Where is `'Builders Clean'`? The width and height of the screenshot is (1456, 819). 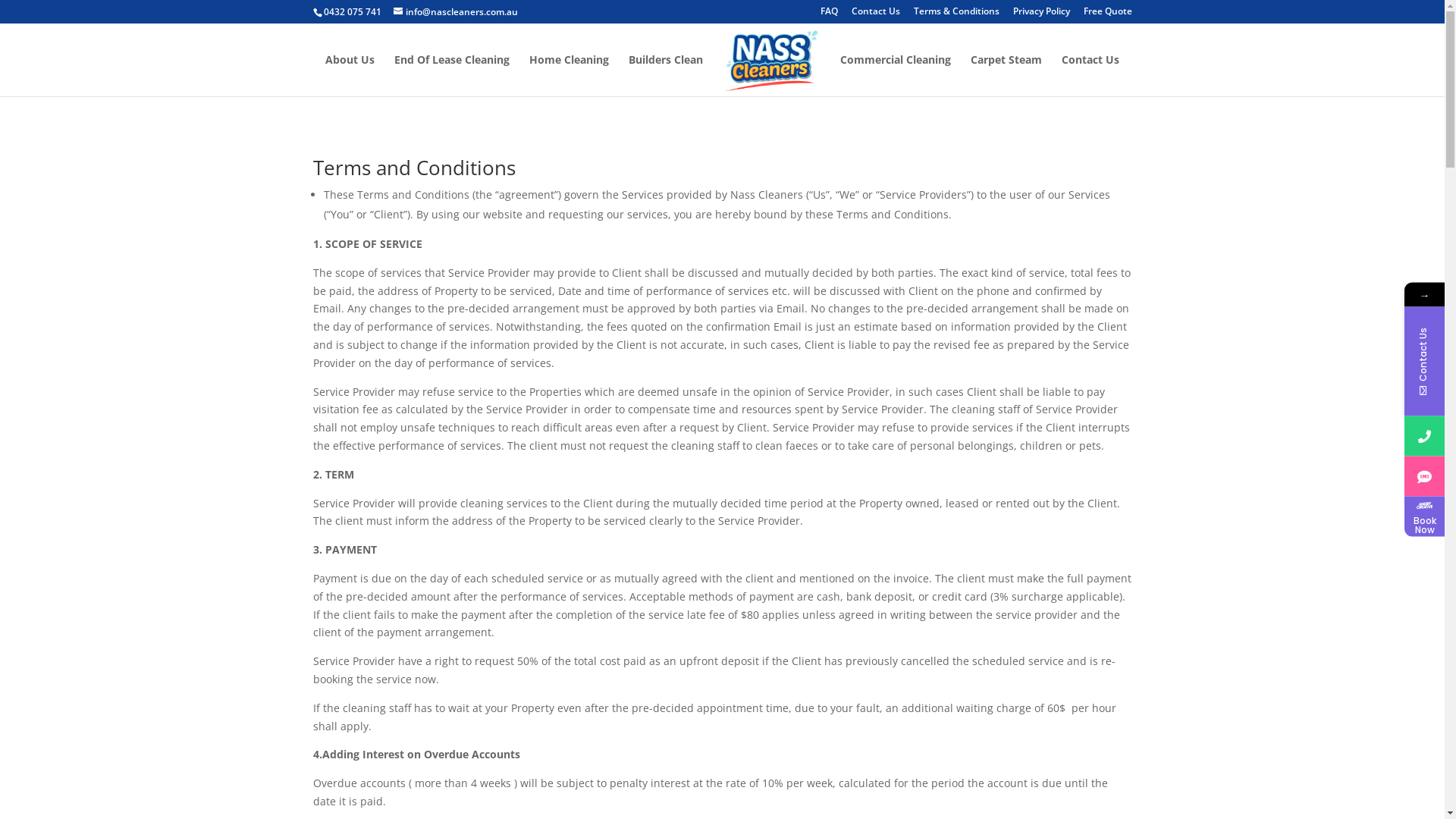
'Builders Clean' is located at coordinates (629, 75).